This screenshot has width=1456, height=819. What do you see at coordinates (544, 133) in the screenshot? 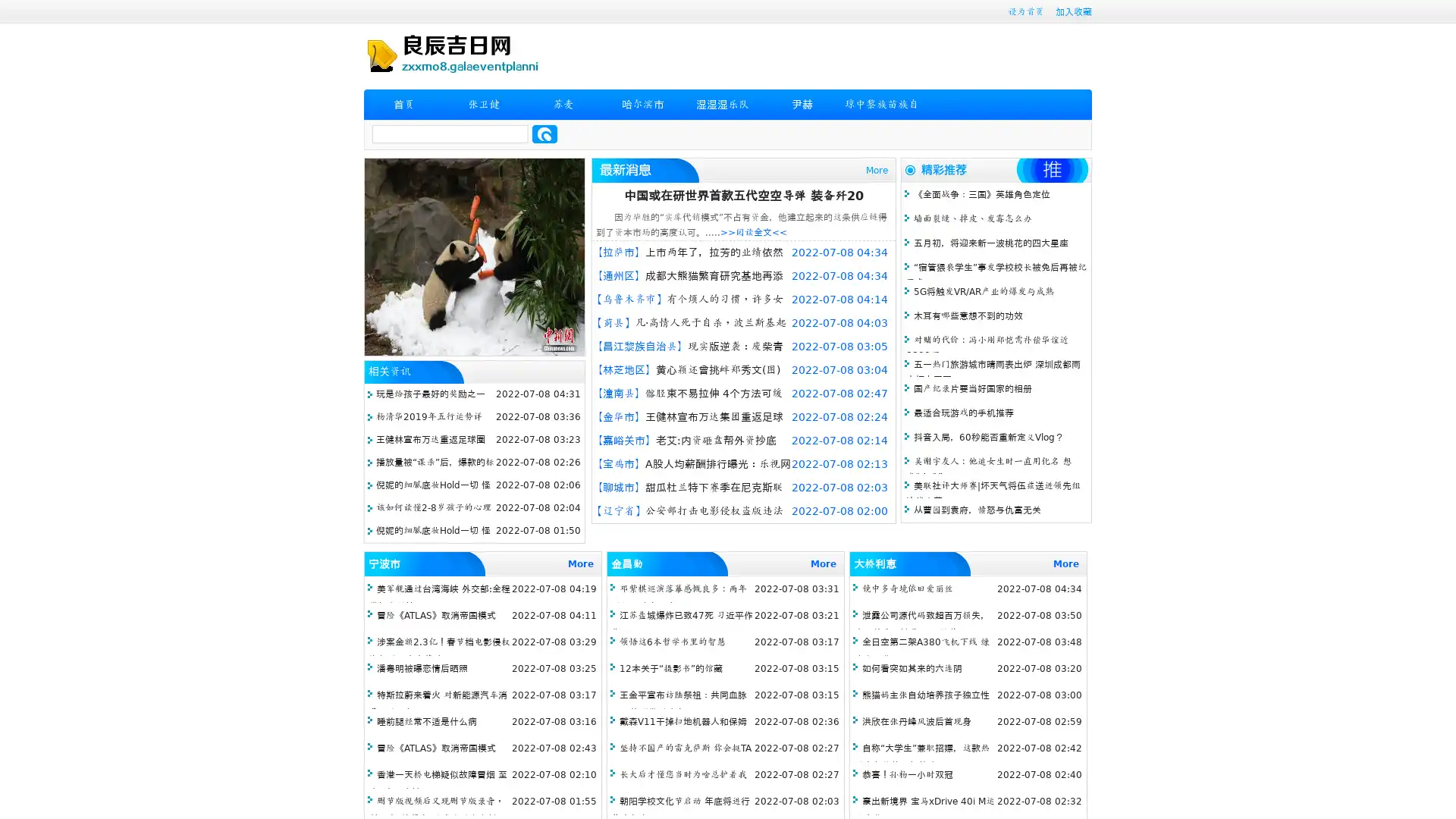
I see `Search` at bounding box center [544, 133].